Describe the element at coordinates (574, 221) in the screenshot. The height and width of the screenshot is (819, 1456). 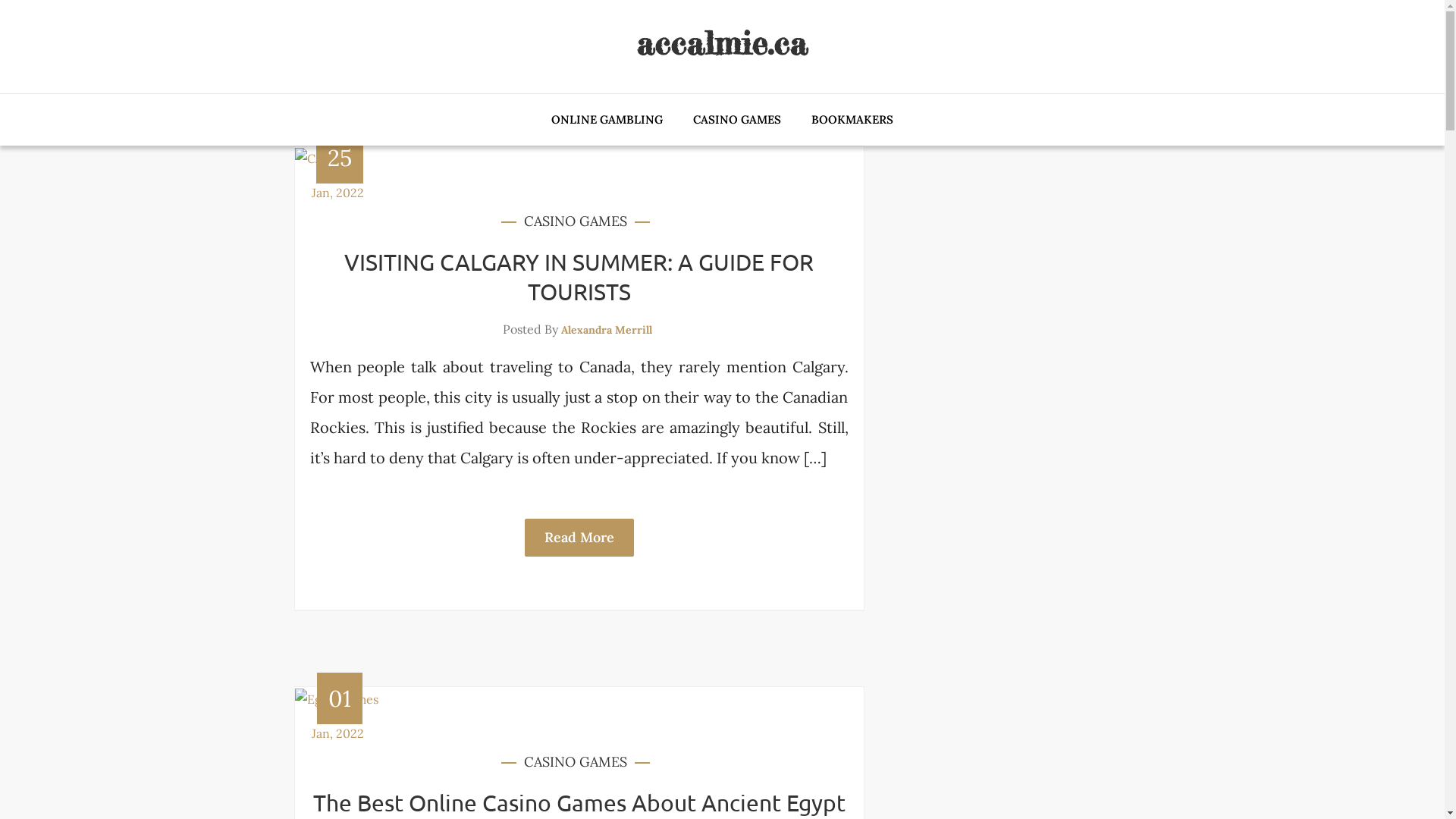
I see `'CASINO GAMES'` at that location.